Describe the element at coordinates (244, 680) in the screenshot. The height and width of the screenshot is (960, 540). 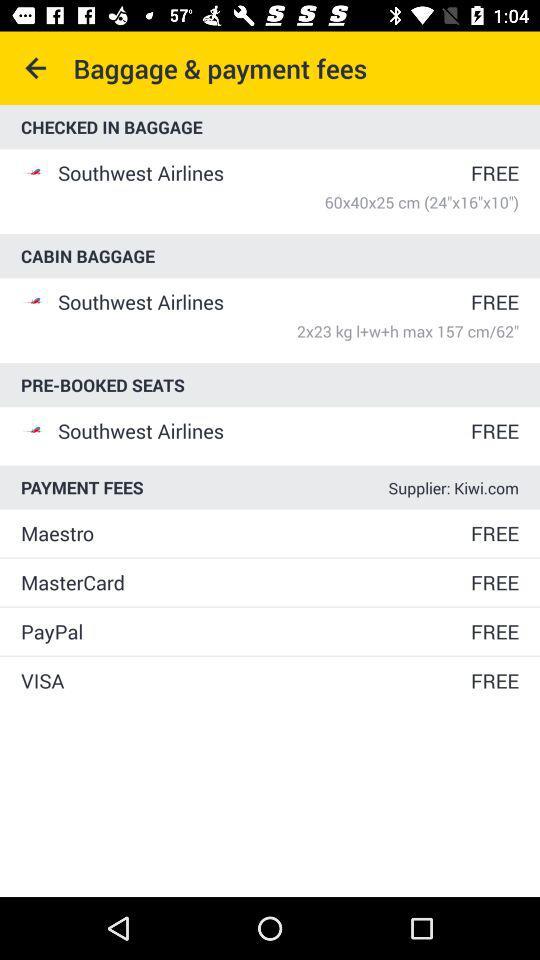
I see `icon to the left of free` at that location.